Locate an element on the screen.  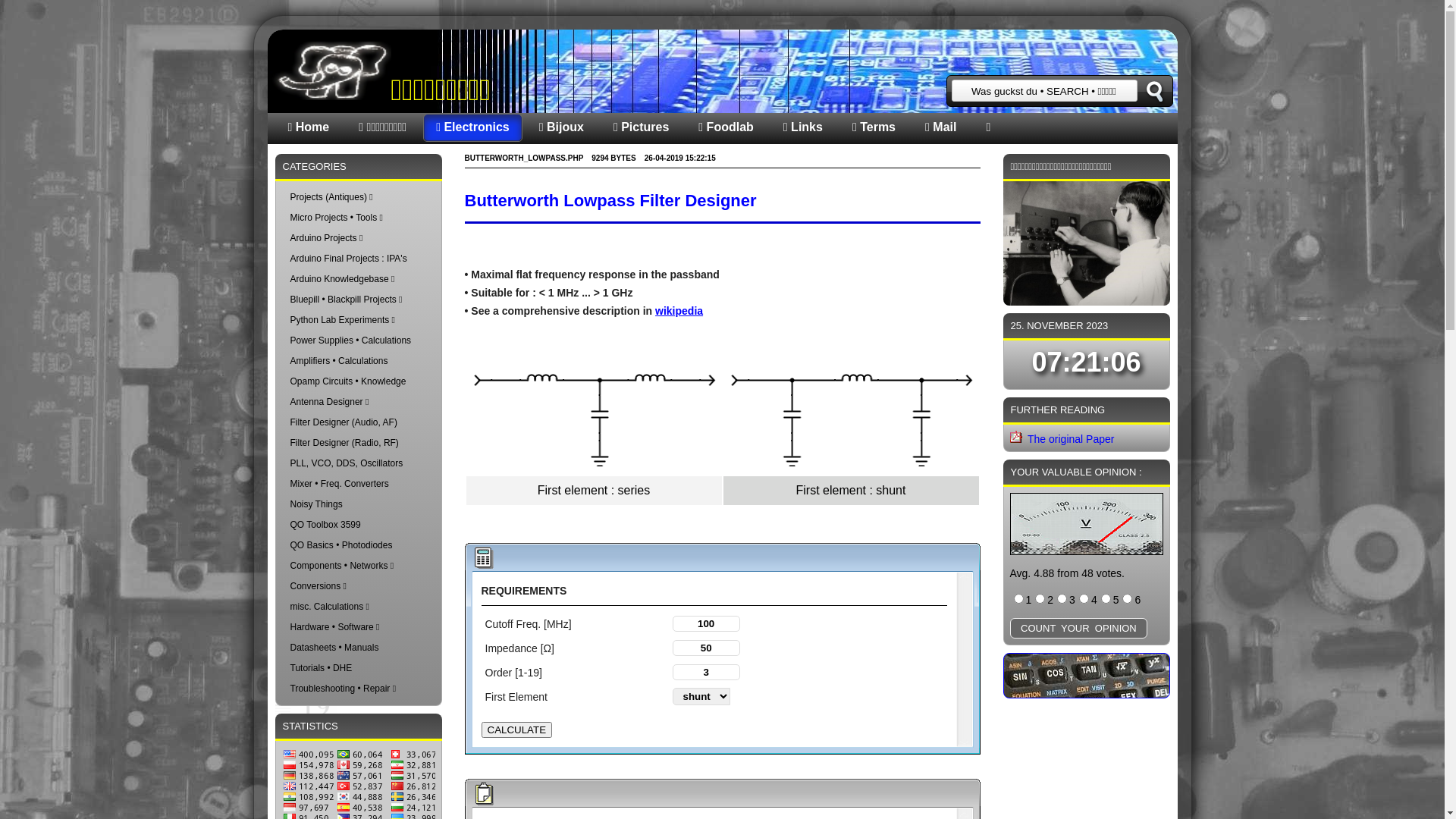
'QO Toolbox 3599' is located at coordinates (324, 523).